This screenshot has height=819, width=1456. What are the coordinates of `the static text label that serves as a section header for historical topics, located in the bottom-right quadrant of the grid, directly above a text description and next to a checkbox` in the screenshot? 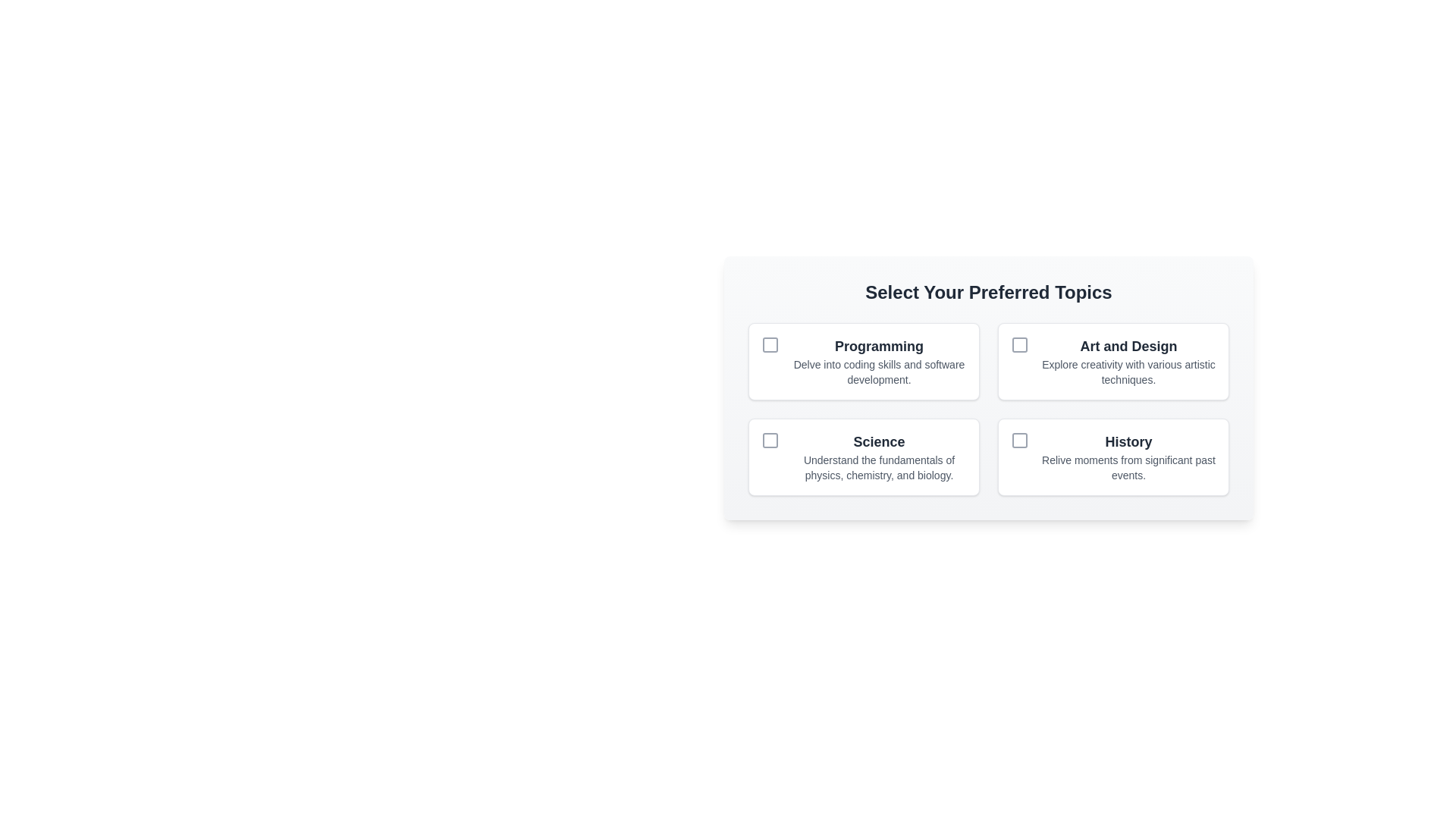 It's located at (1128, 441).